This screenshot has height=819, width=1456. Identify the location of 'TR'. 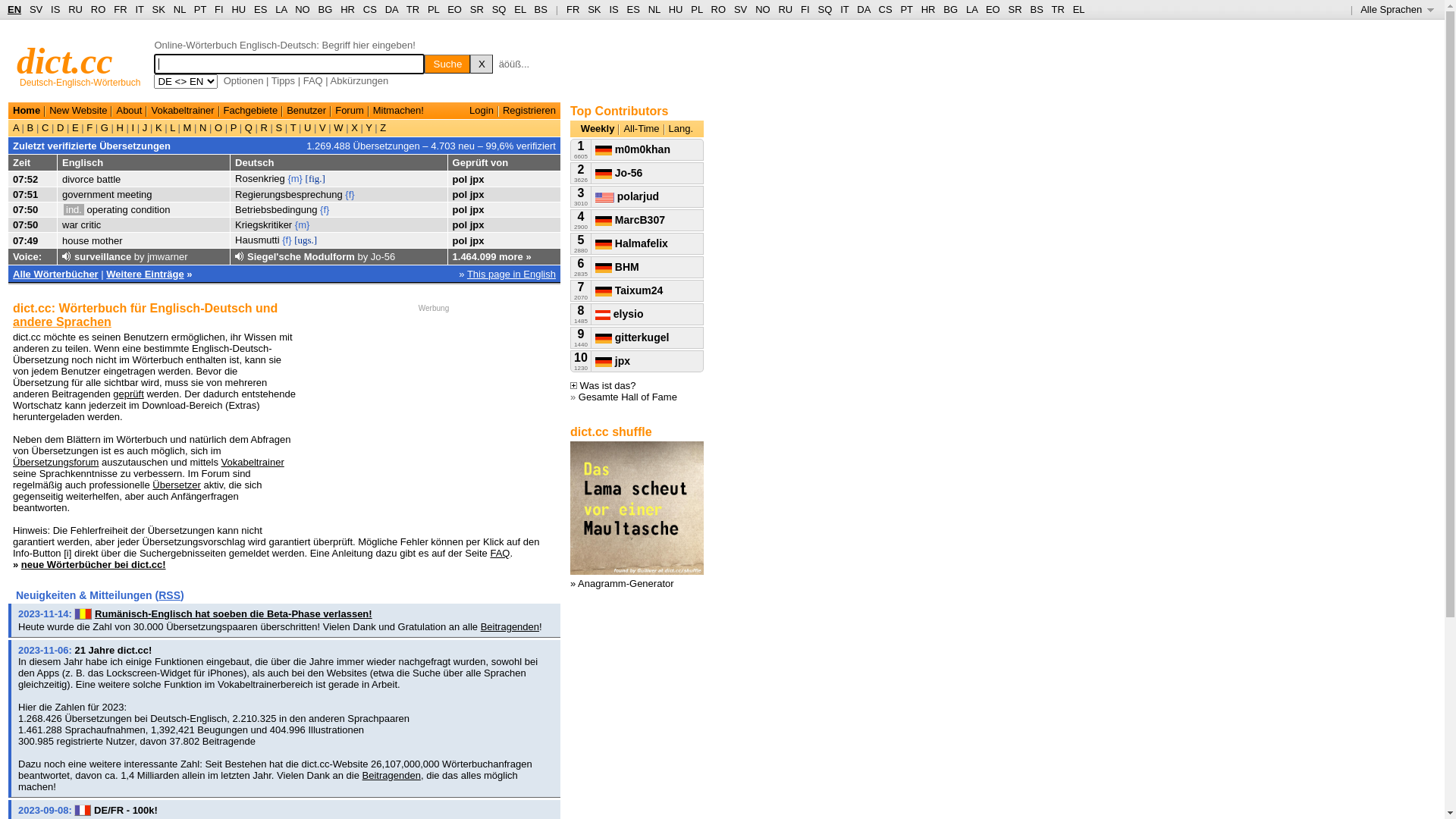
(413, 9).